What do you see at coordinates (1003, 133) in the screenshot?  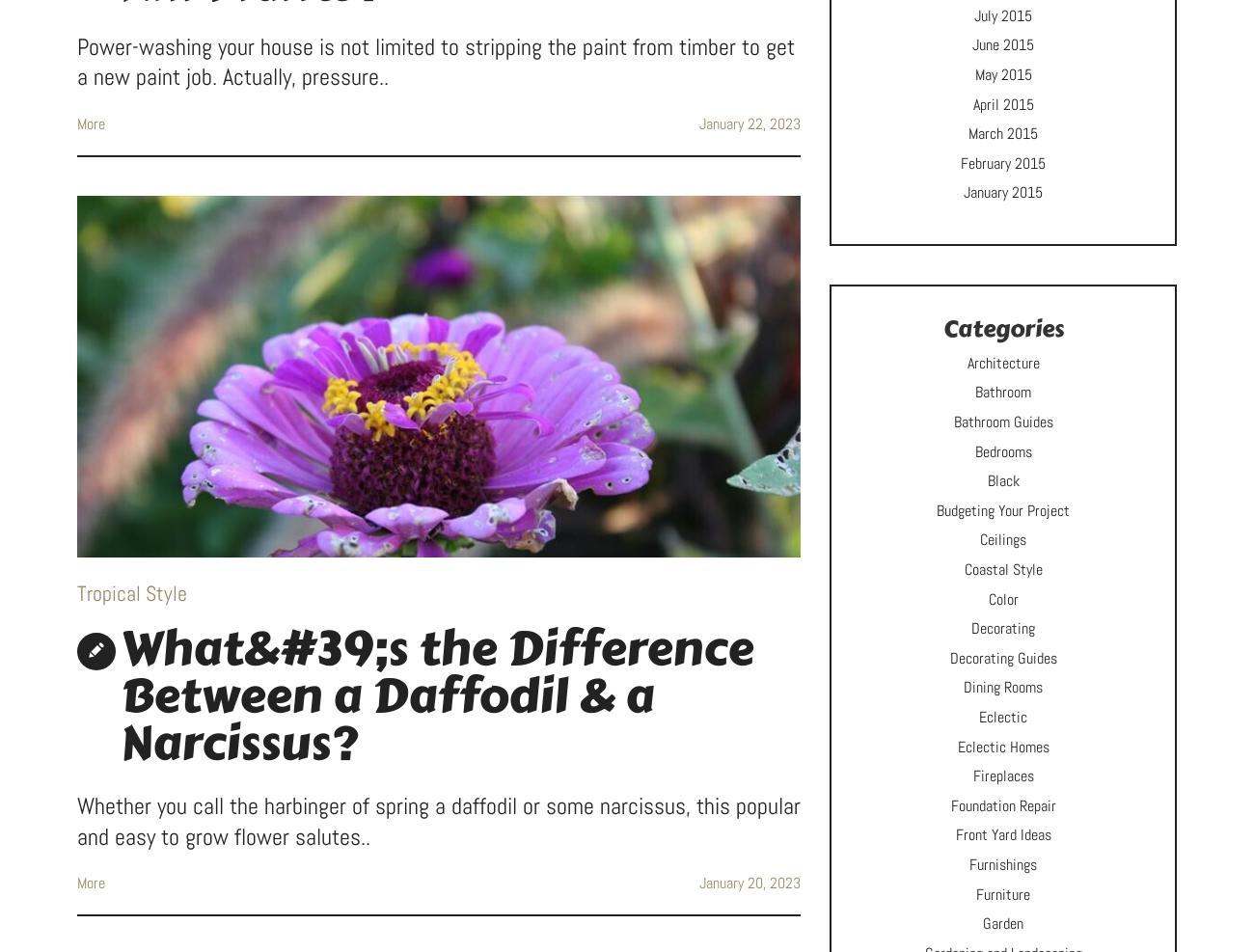 I see `'March 2015'` at bounding box center [1003, 133].